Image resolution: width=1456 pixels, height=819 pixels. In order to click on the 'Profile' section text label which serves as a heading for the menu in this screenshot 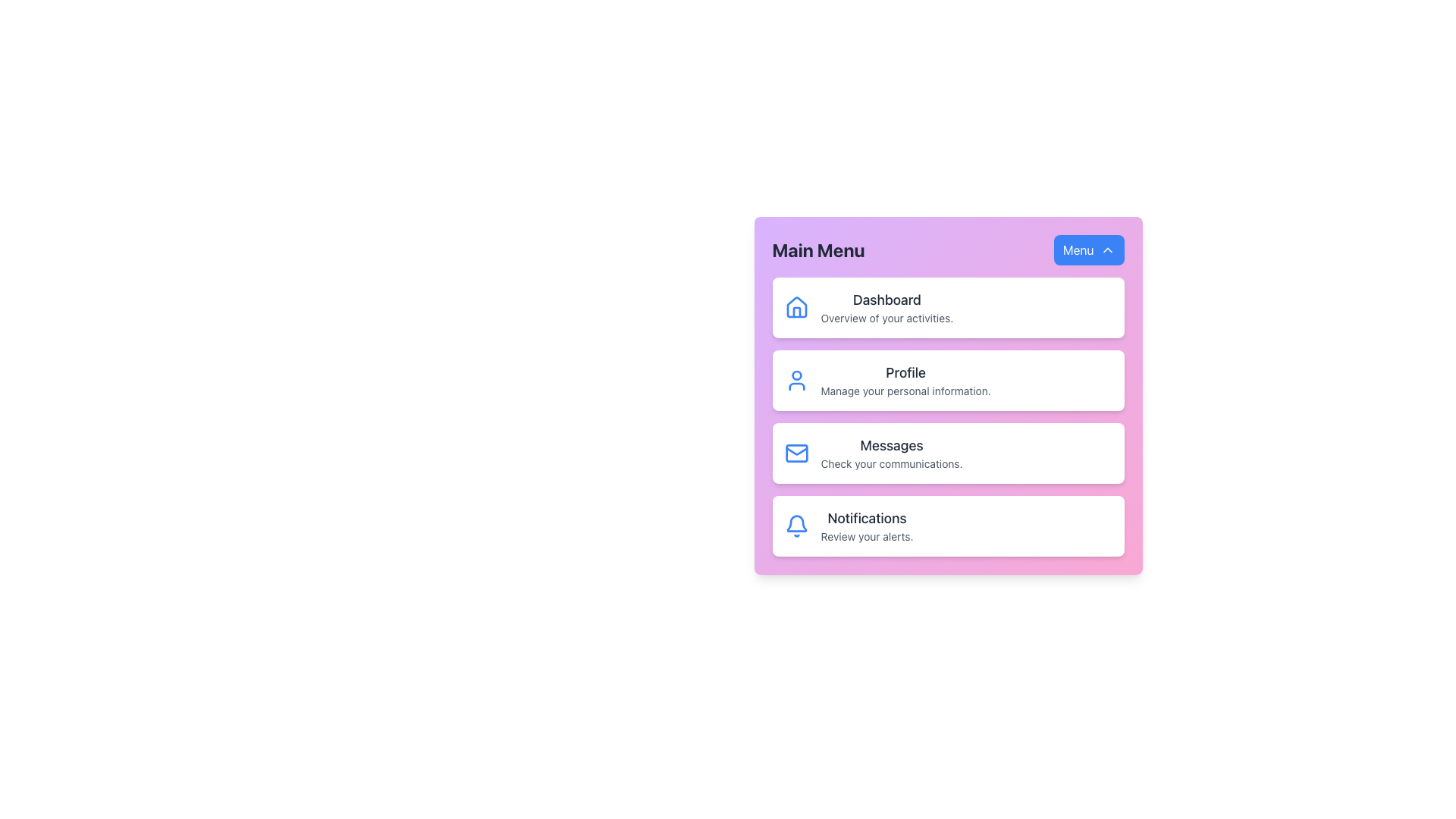, I will do `click(905, 373)`.